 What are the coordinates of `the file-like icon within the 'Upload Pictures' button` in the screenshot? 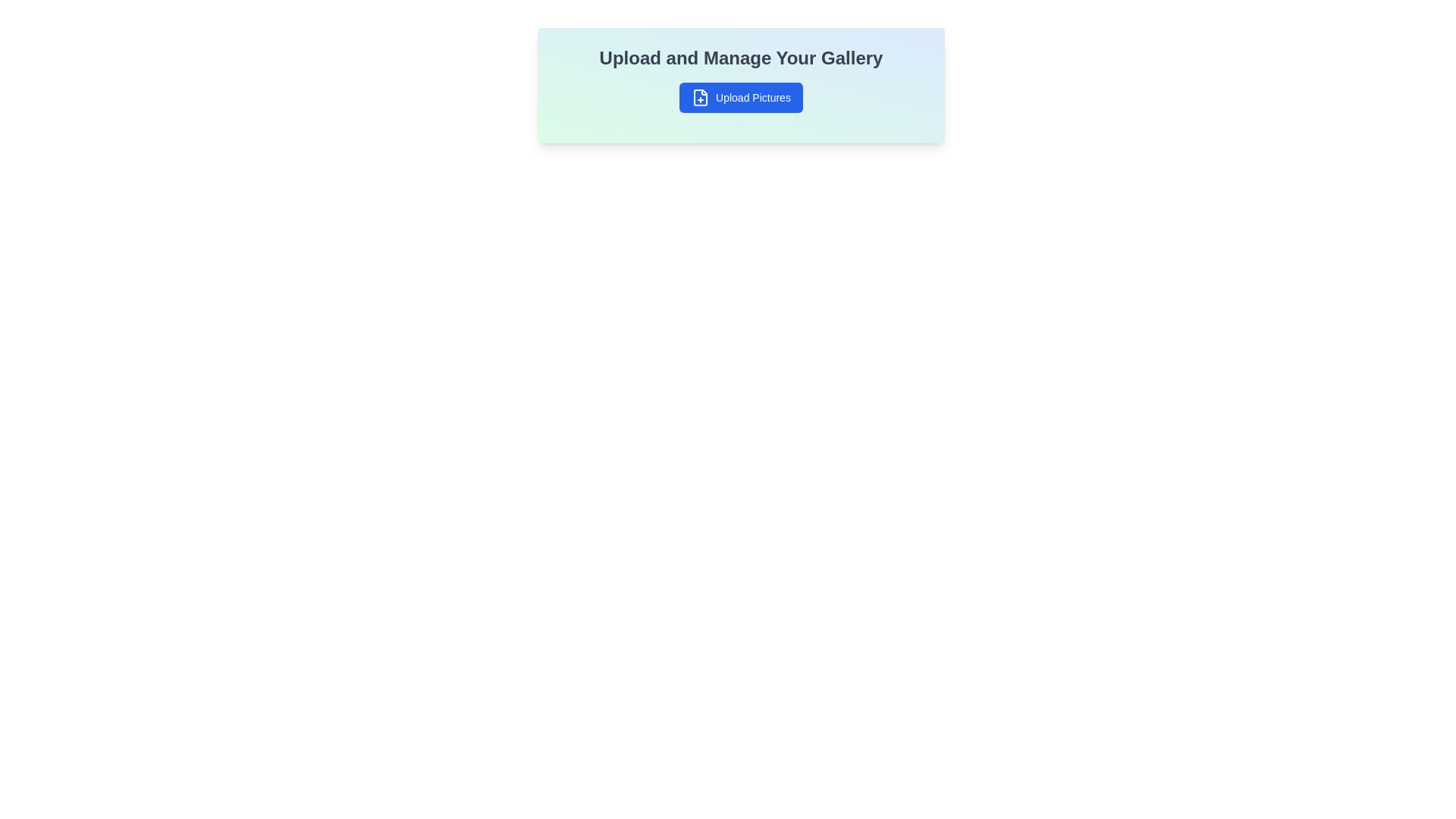 It's located at (700, 97).